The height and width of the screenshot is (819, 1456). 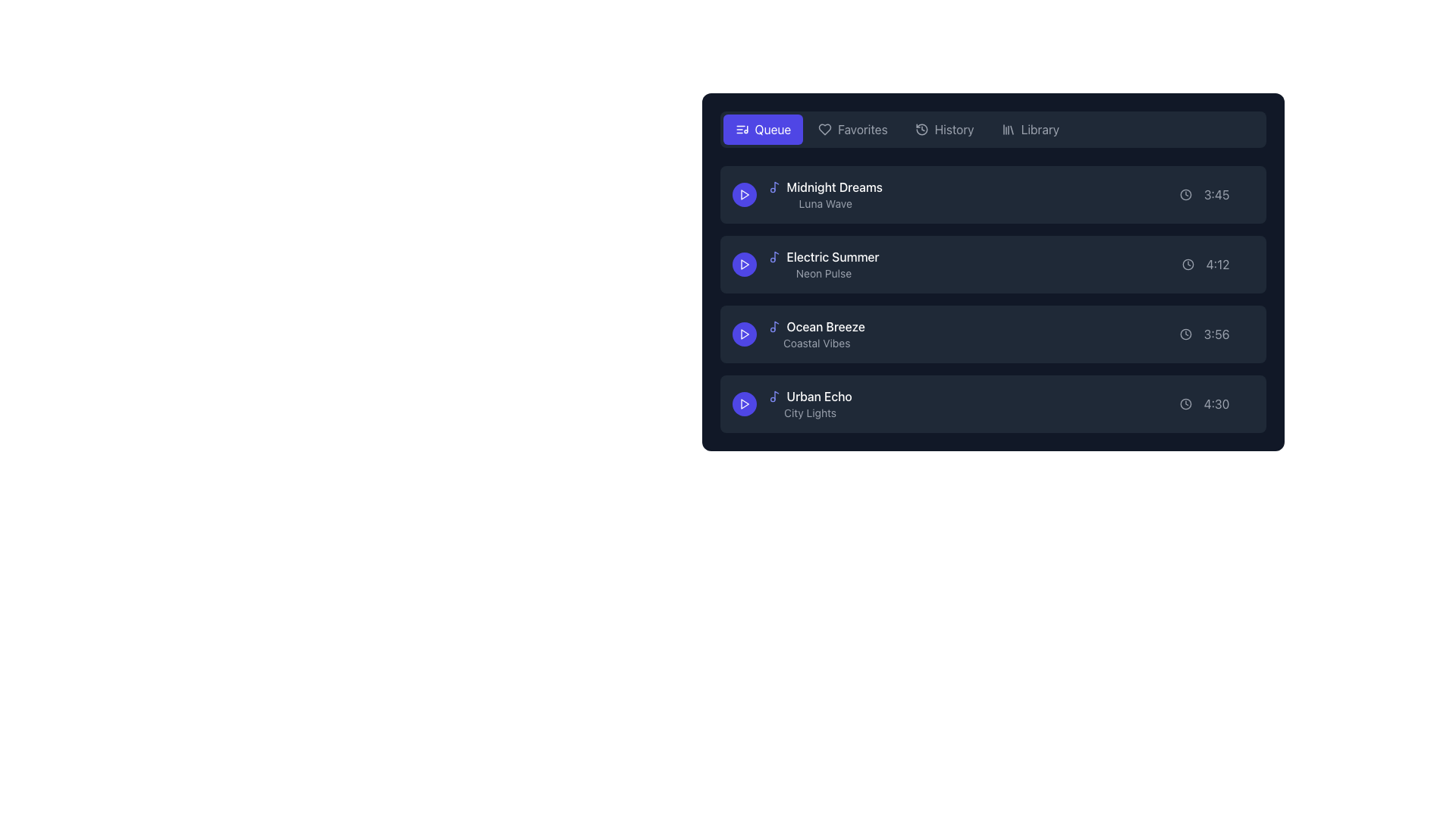 What do you see at coordinates (993, 263) in the screenshot?
I see `the selectable song item for 'Electric Summer' in the playlist` at bounding box center [993, 263].